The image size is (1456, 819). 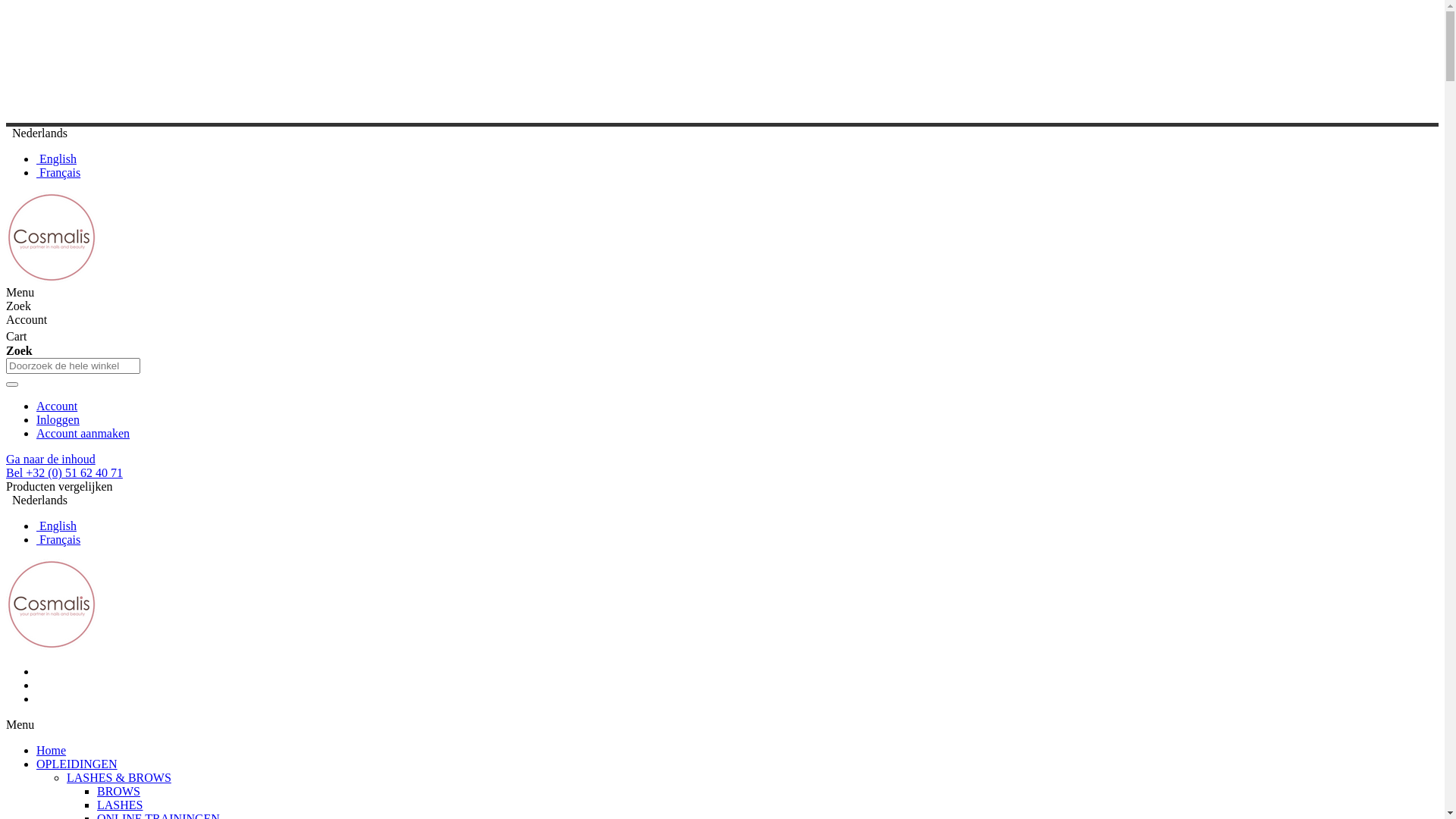 I want to click on ' English', so click(x=56, y=158).